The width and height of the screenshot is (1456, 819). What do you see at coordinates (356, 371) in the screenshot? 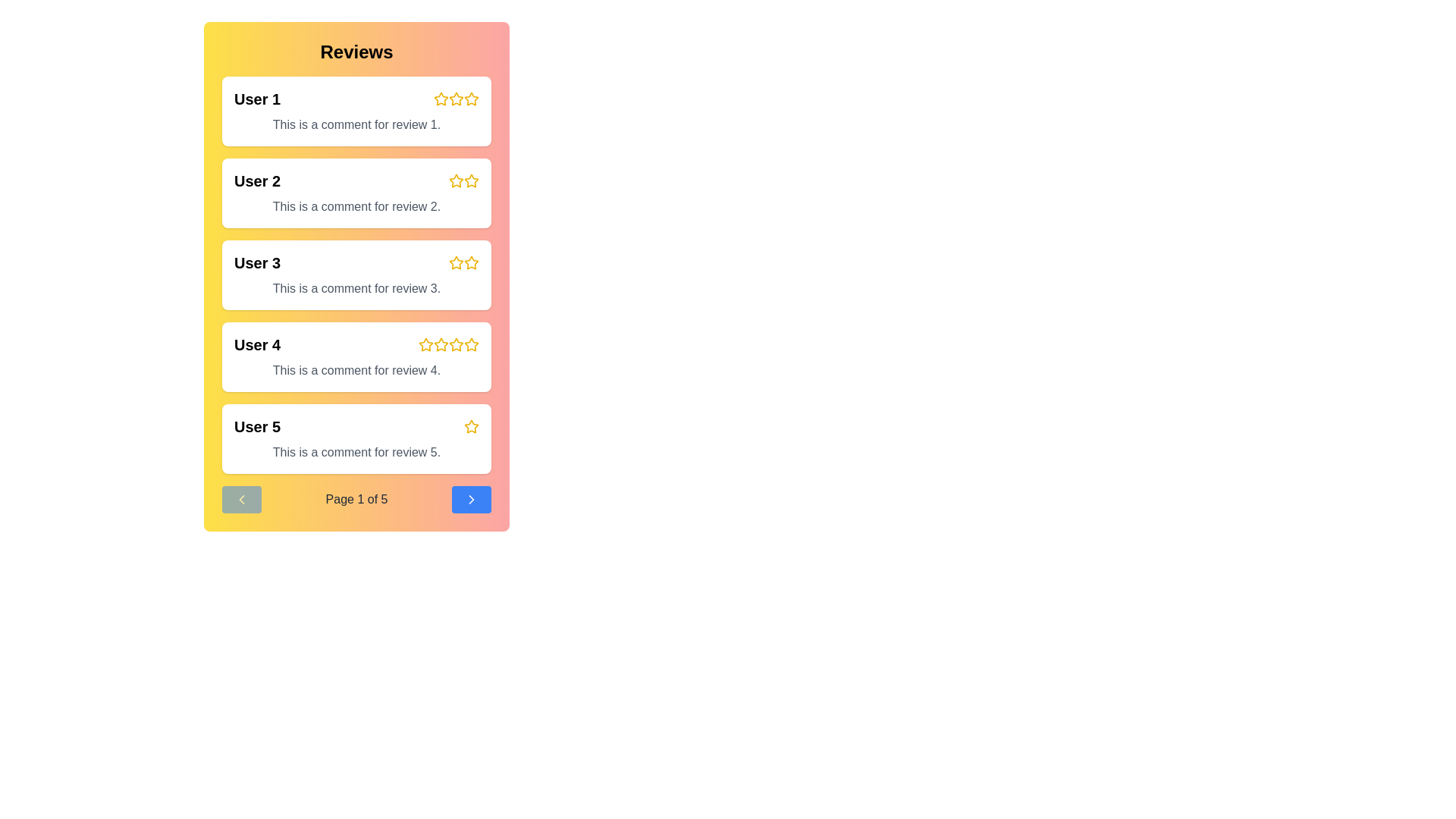
I see `the text label displaying the comment content for the fourth review associated with User 4, located below the 'User 4' label and above the star icons` at bounding box center [356, 371].